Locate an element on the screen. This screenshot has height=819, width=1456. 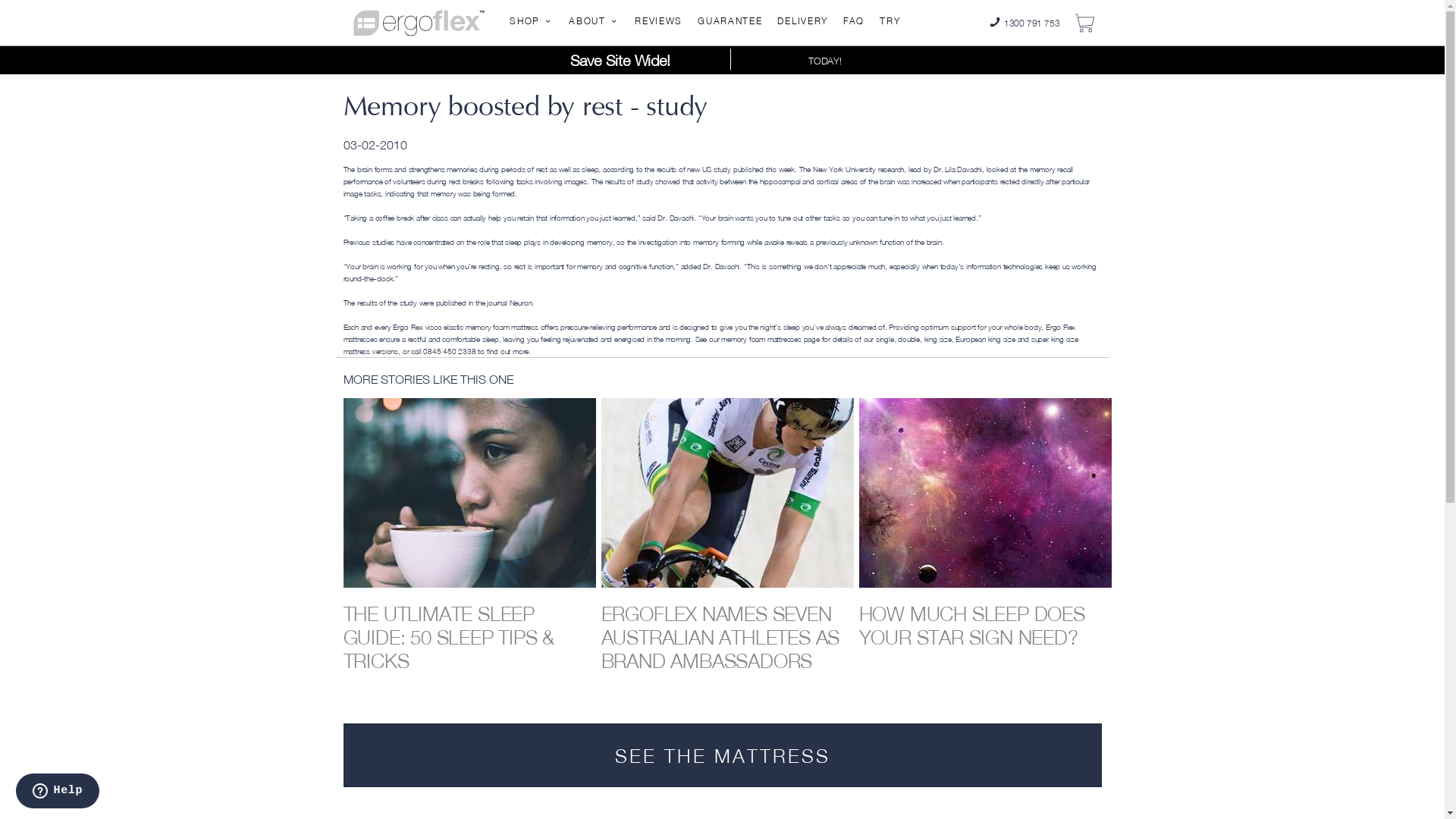
'ABOUT' is located at coordinates (593, 20).